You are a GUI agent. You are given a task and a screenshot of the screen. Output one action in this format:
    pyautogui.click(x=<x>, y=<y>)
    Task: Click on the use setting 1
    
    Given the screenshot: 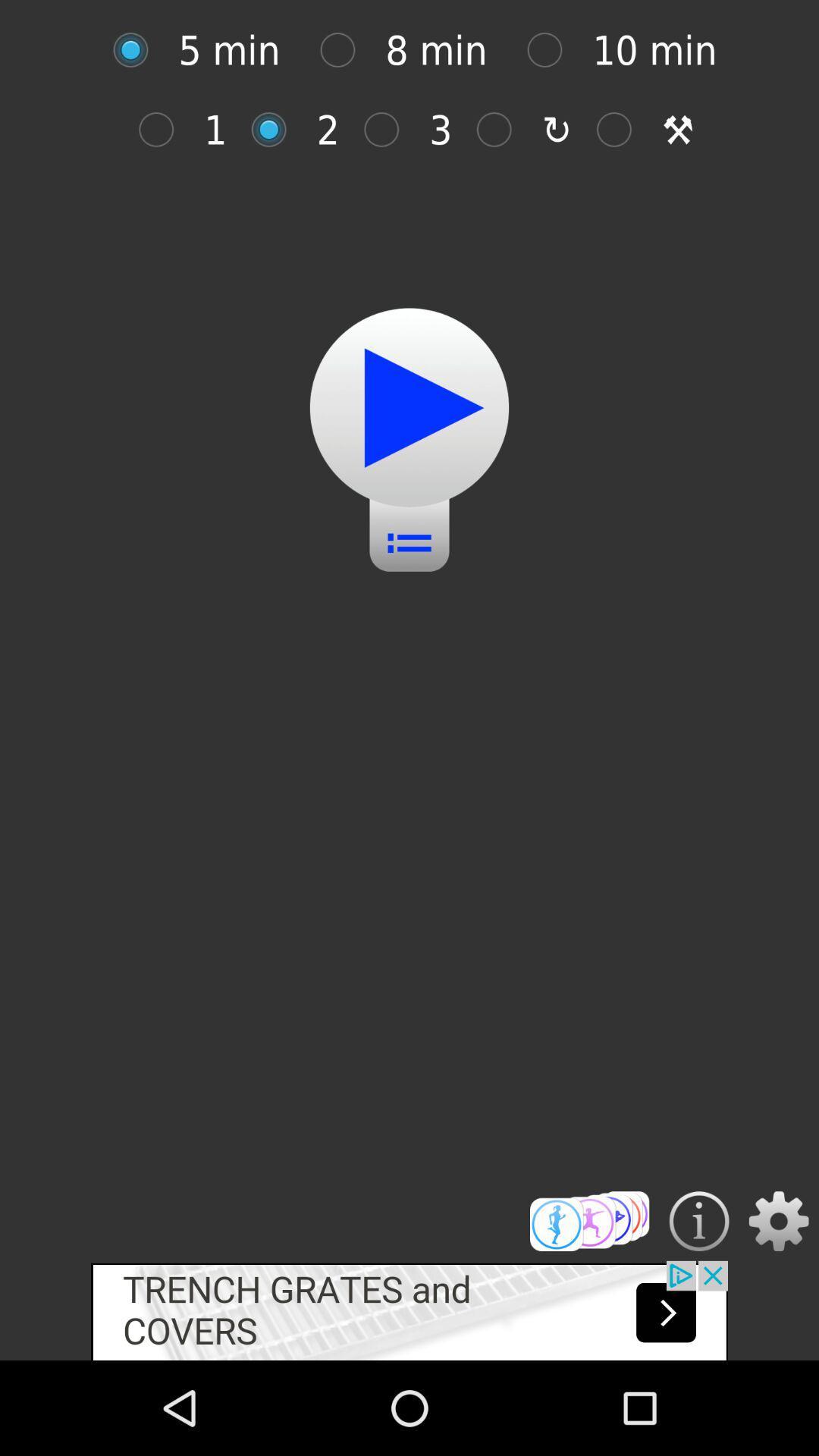 What is the action you would take?
    pyautogui.click(x=164, y=130)
    